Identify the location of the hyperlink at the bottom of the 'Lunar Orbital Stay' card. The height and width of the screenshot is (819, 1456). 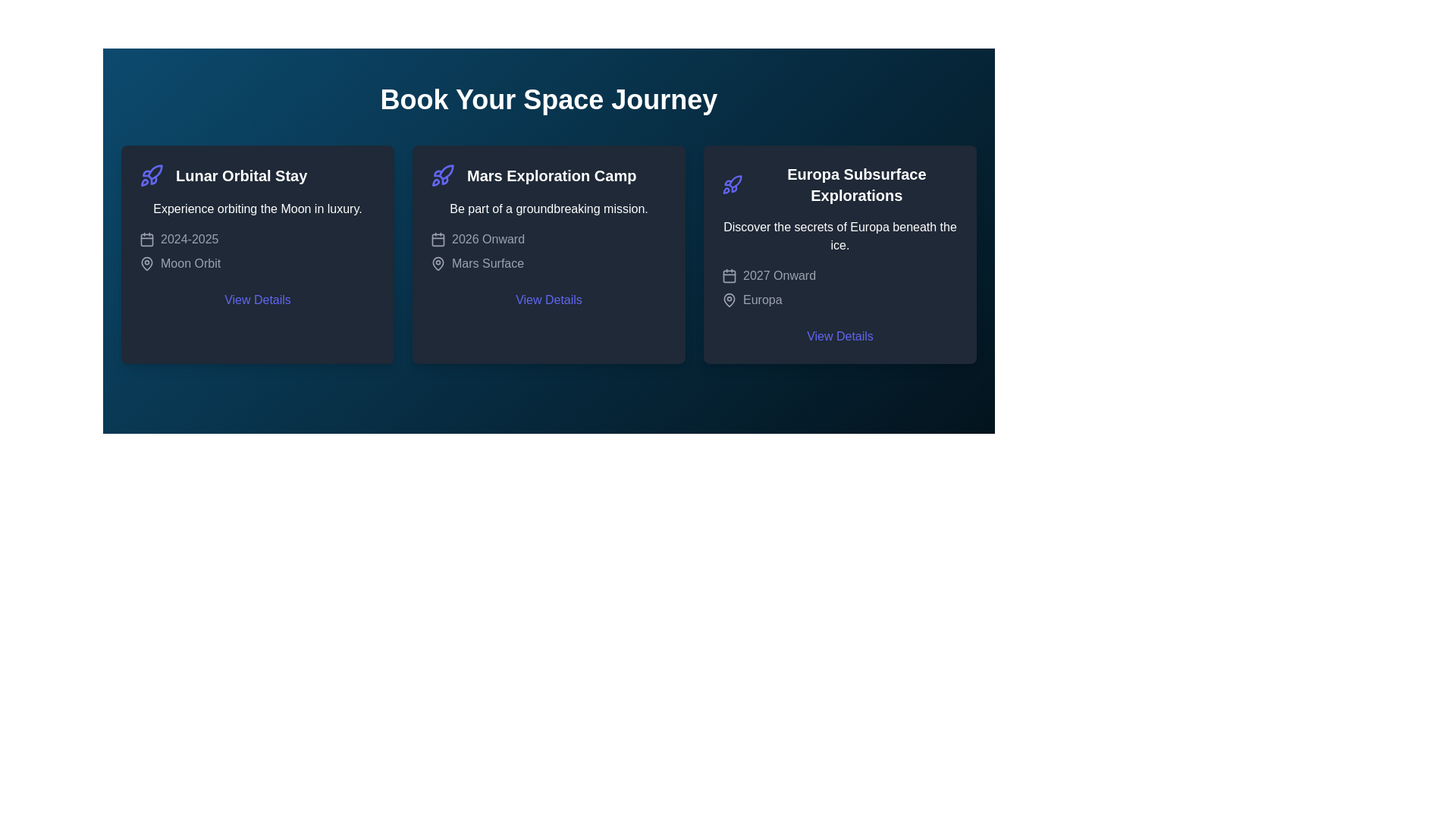
(258, 300).